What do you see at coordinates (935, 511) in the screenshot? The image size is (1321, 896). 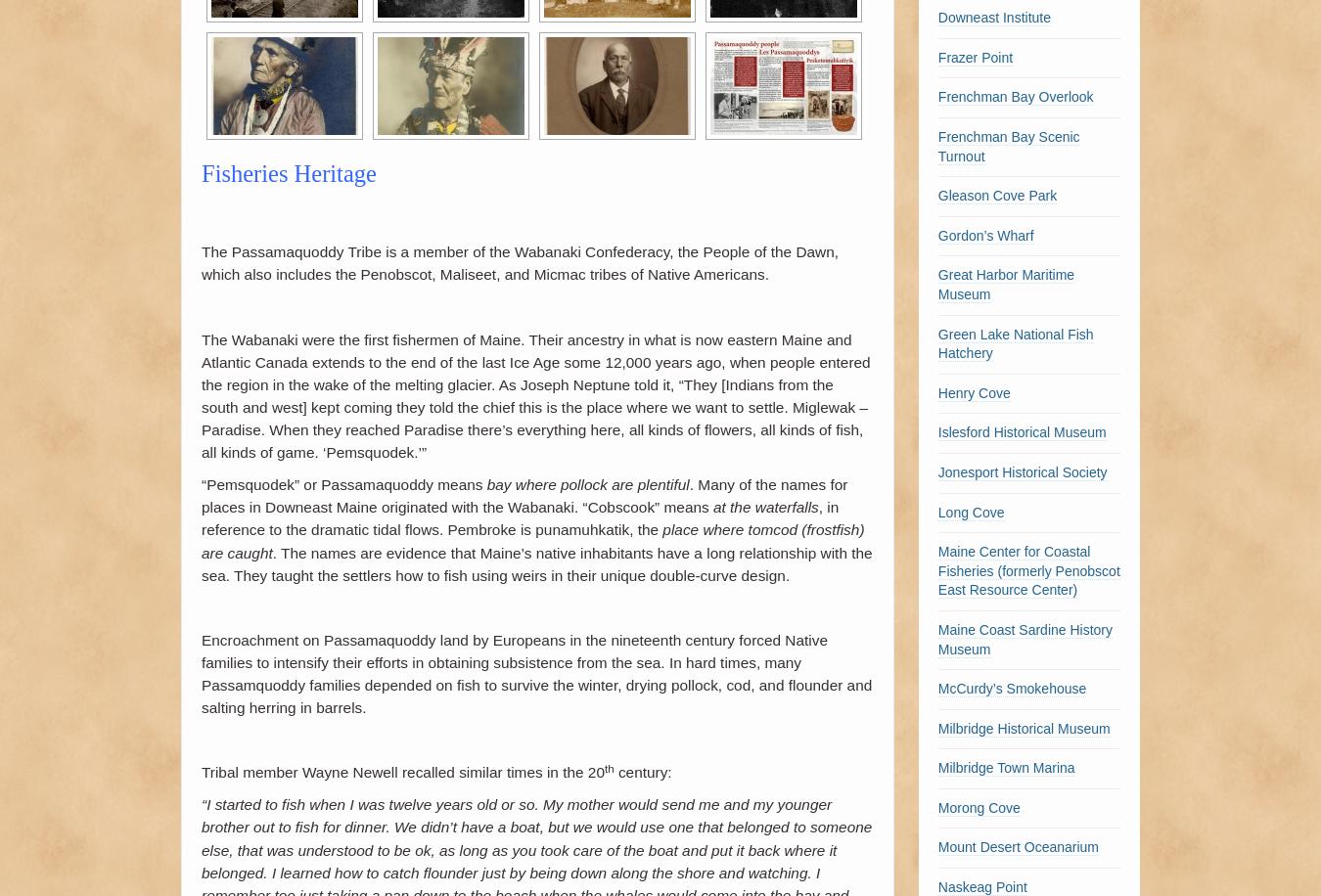 I see `'Long Cove'` at bounding box center [935, 511].